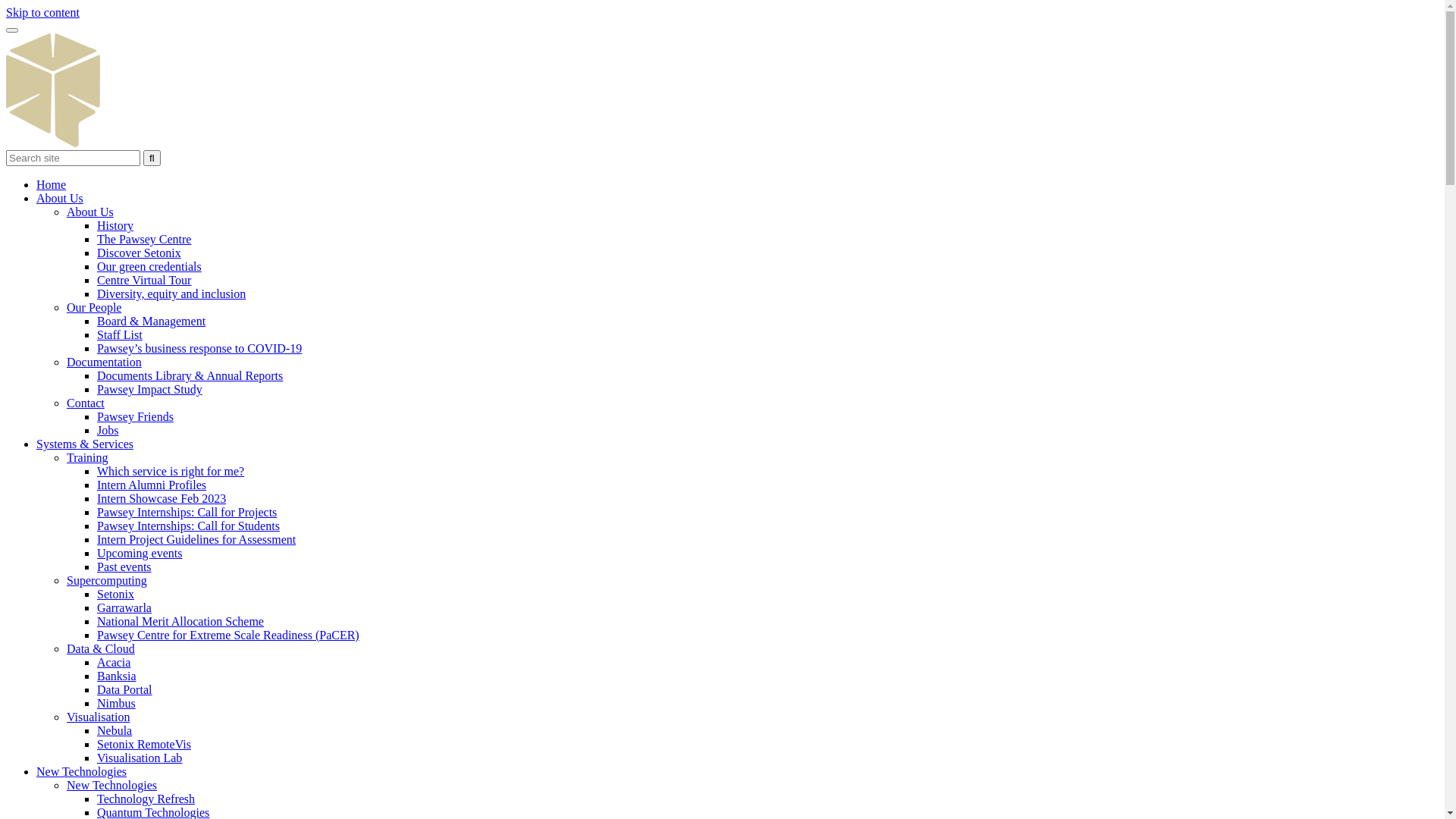 Image resolution: width=1456 pixels, height=819 pixels. I want to click on 'New Technologies', so click(111, 785).